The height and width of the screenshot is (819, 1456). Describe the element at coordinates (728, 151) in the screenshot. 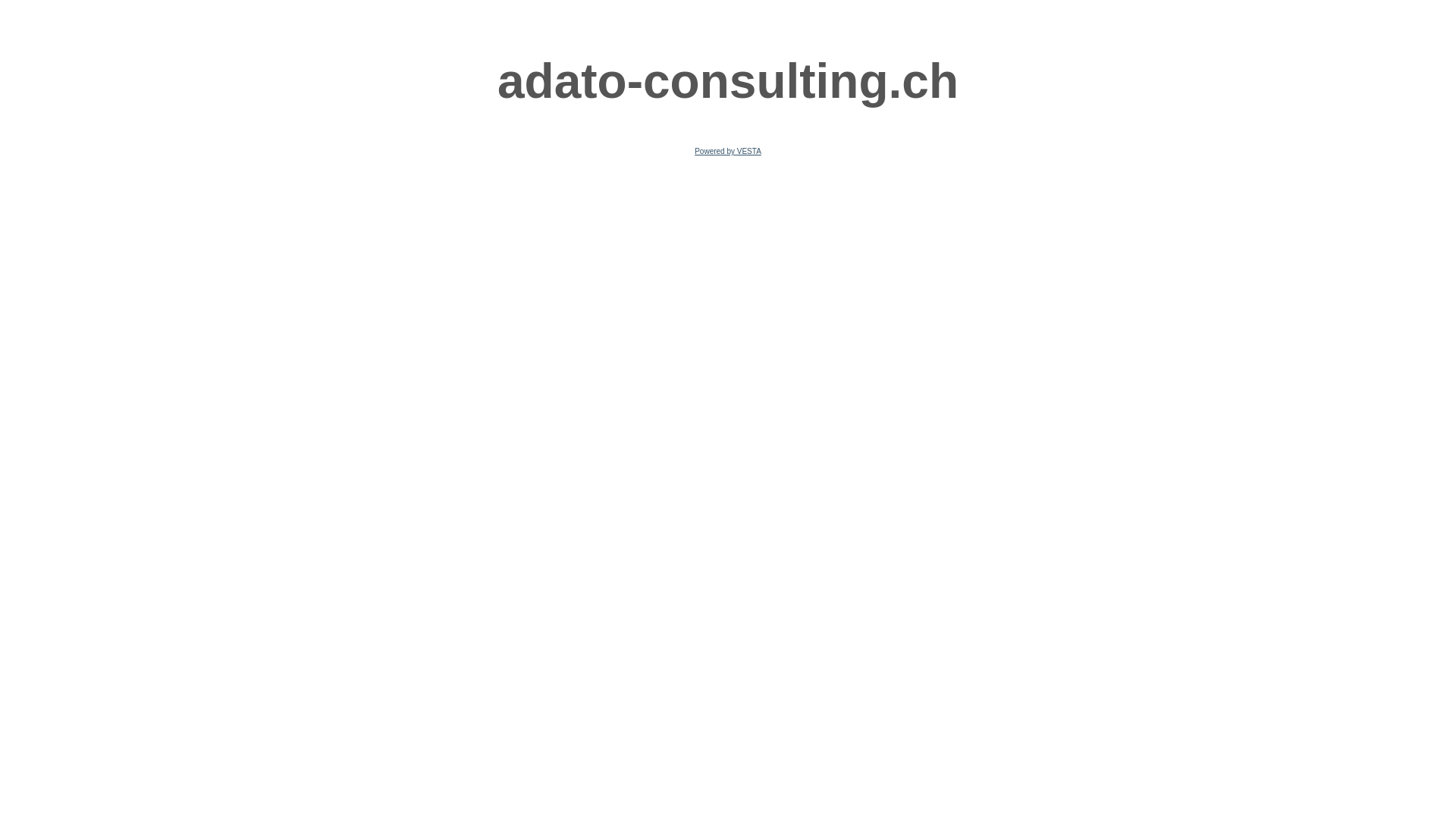

I see `'Powered by VESTA'` at that location.